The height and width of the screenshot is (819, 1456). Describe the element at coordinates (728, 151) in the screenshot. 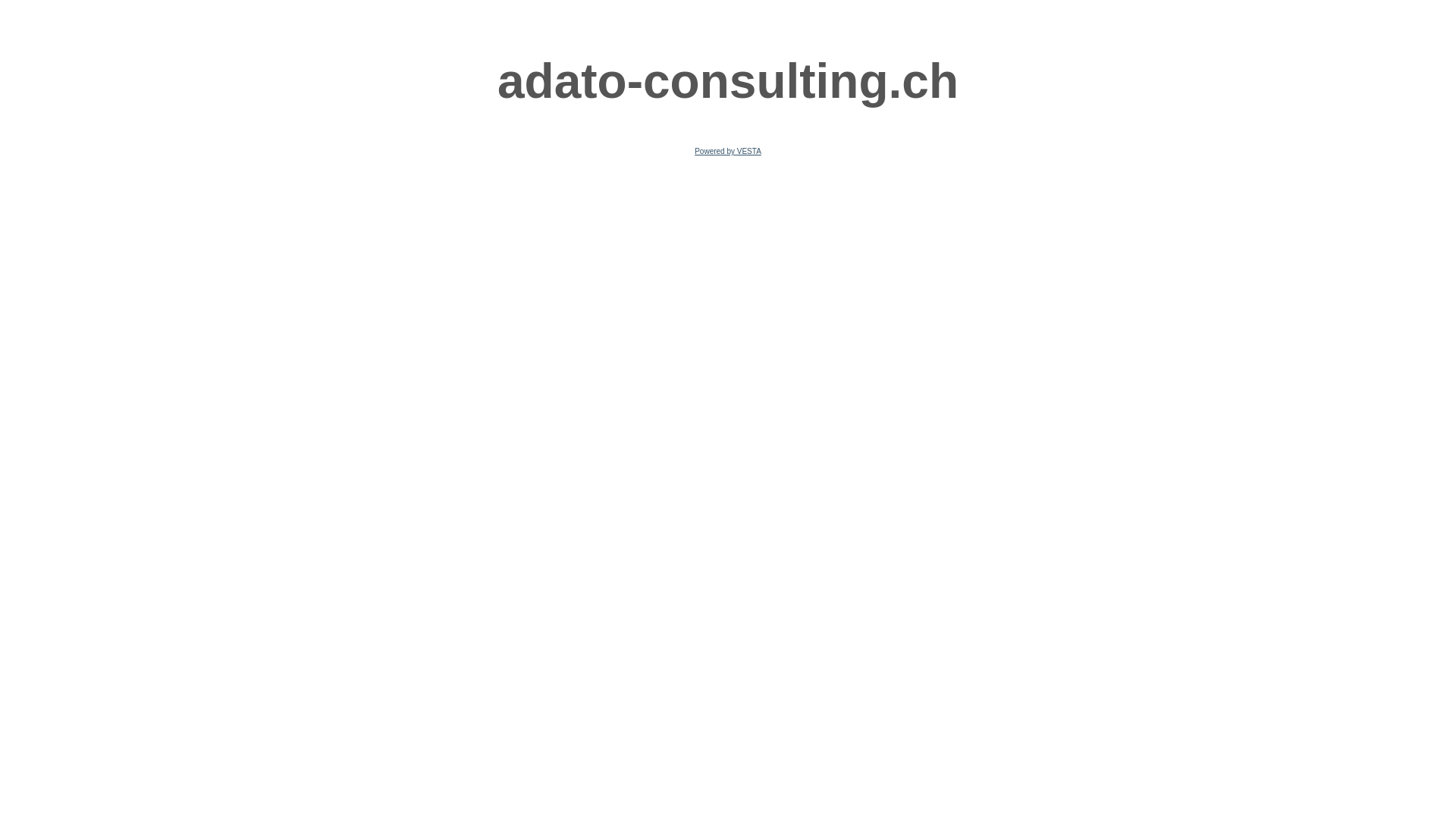

I see `'Powered by VESTA'` at that location.